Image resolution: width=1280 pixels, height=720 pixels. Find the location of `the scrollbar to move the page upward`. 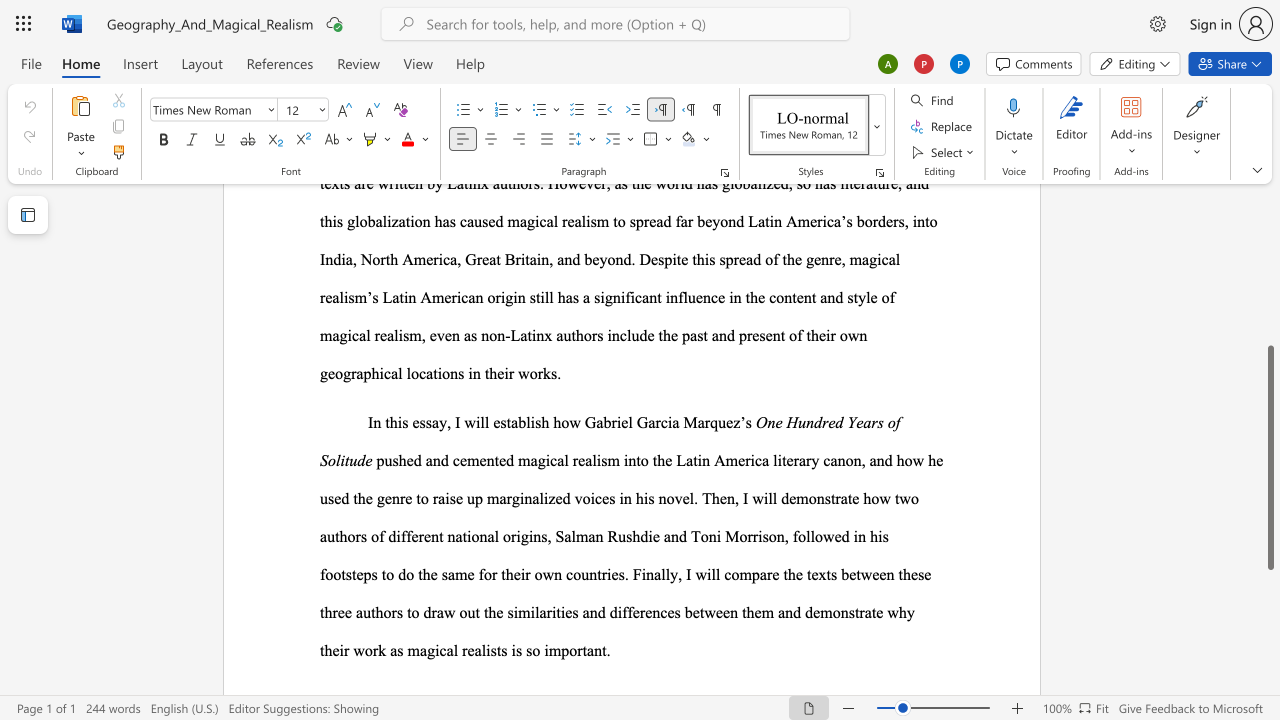

the scrollbar to move the page upward is located at coordinates (1269, 280).